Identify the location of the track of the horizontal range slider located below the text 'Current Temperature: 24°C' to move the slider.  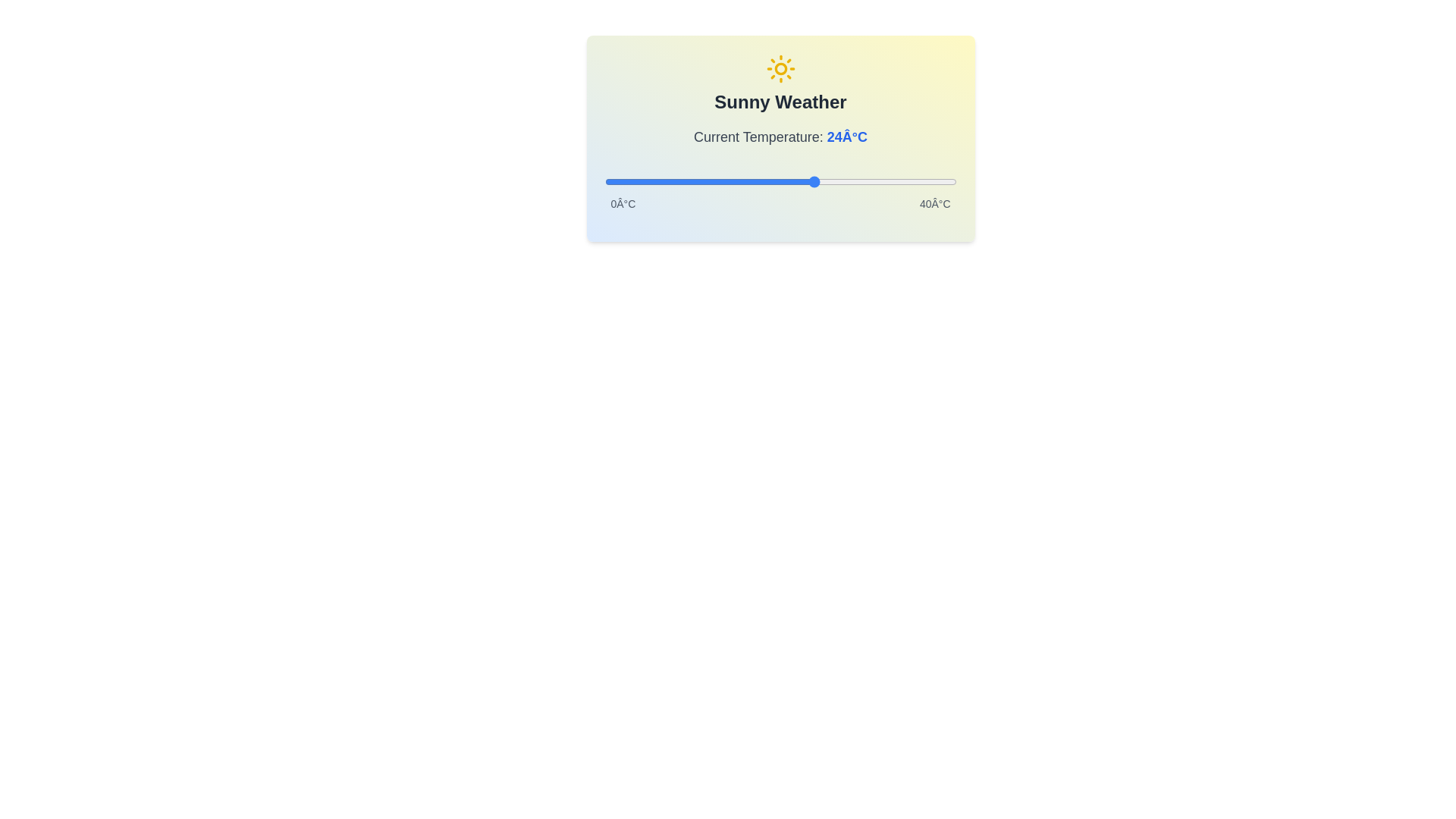
(780, 180).